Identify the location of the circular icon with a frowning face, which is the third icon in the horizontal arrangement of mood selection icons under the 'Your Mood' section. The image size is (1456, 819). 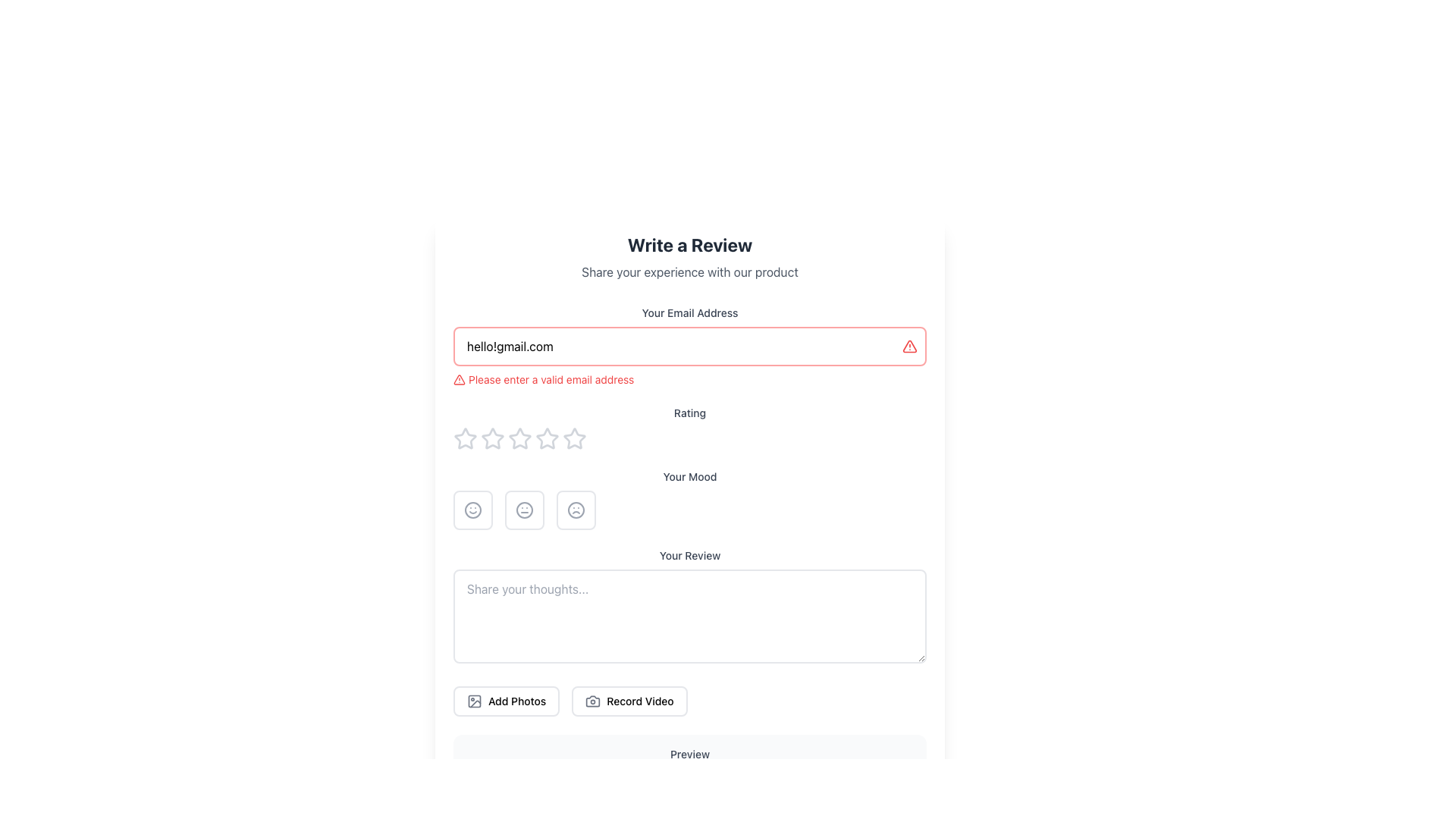
(575, 510).